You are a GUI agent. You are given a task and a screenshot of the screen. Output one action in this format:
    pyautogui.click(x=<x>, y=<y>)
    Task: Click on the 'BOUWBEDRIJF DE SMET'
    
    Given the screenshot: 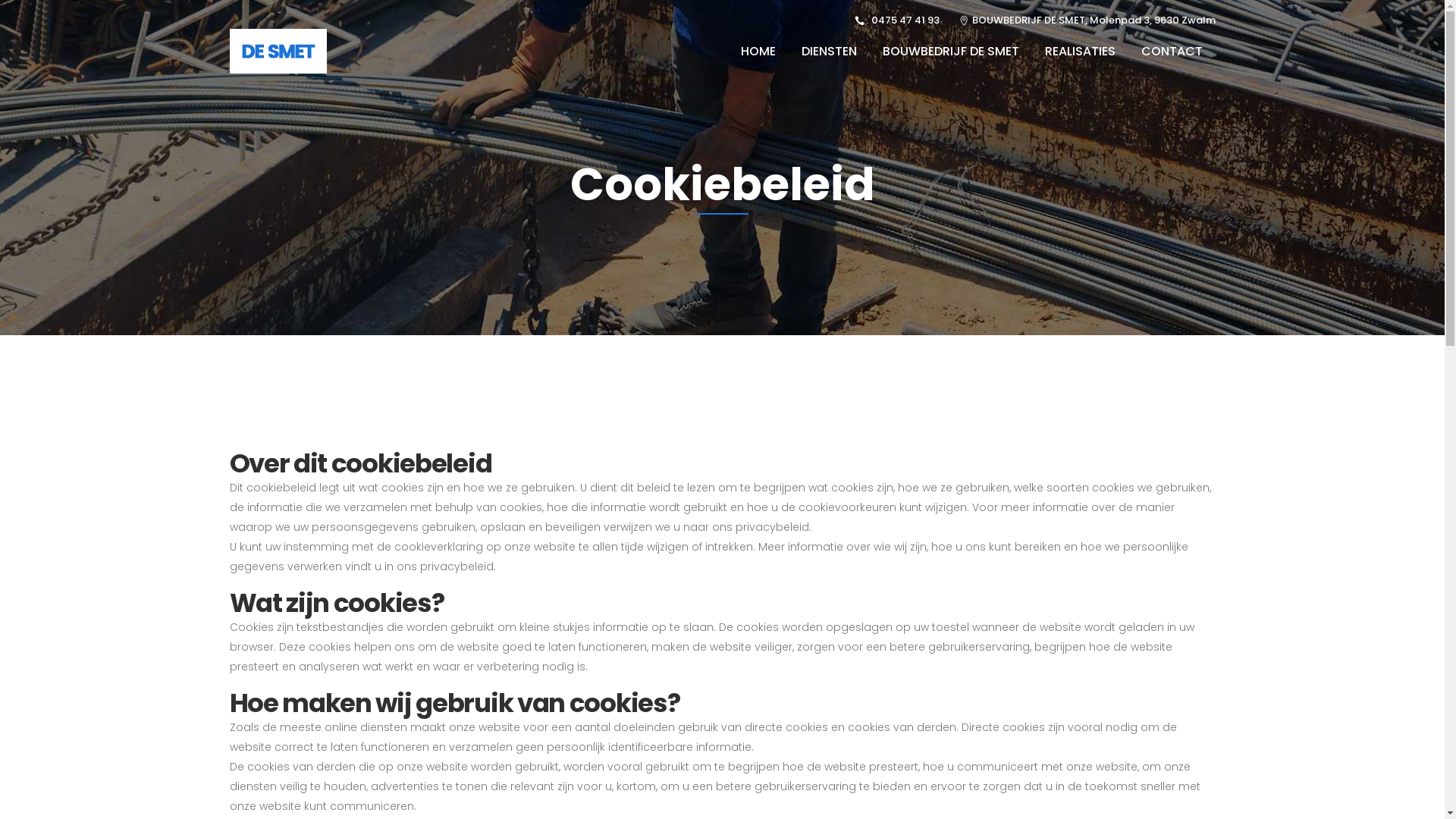 What is the action you would take?
    pyautogui.click(x=869, y=50)
    